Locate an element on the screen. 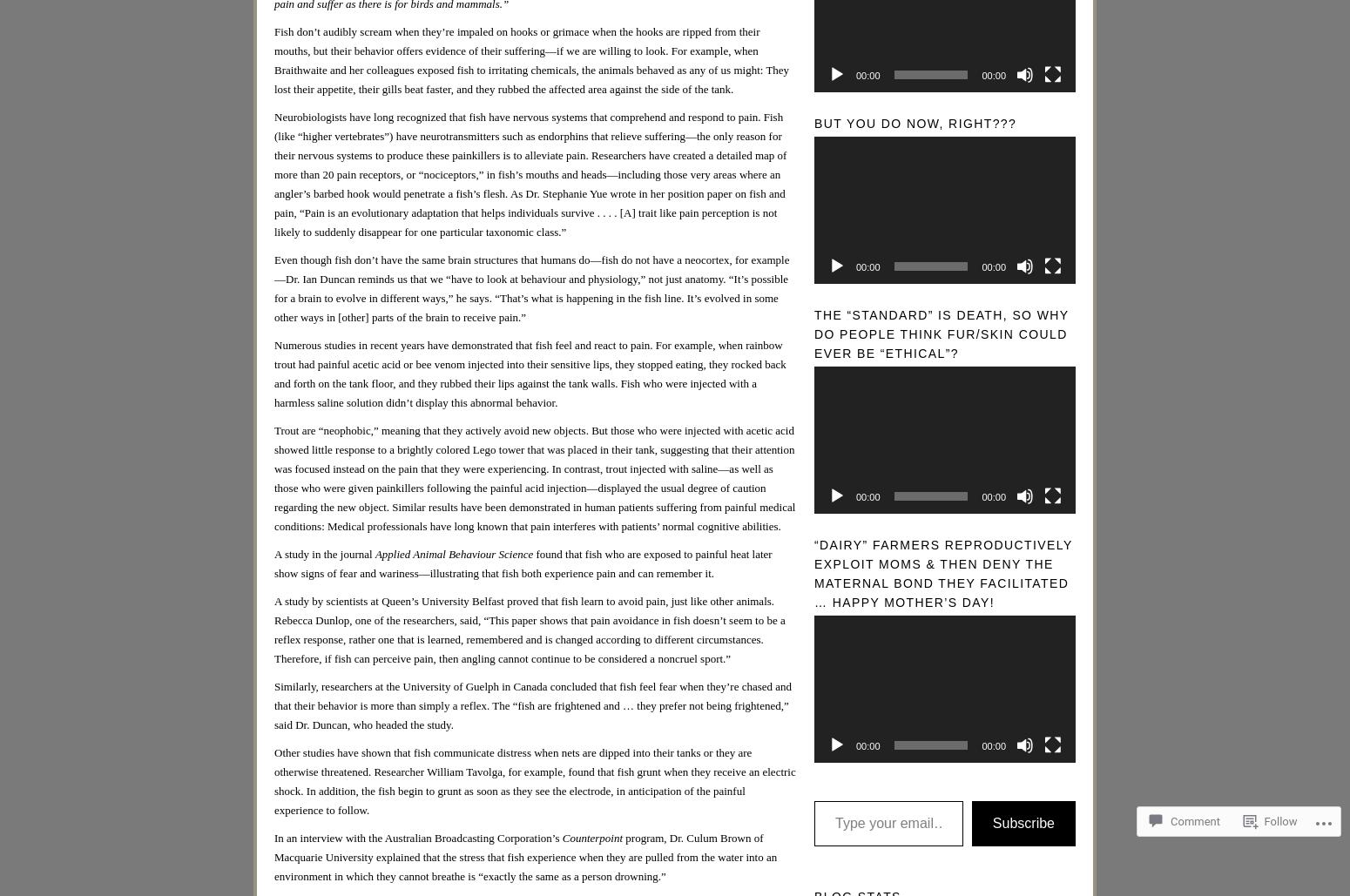 This screenshot has width=1350, height=896. 'Comment' is located at coordinates (1195, 821).